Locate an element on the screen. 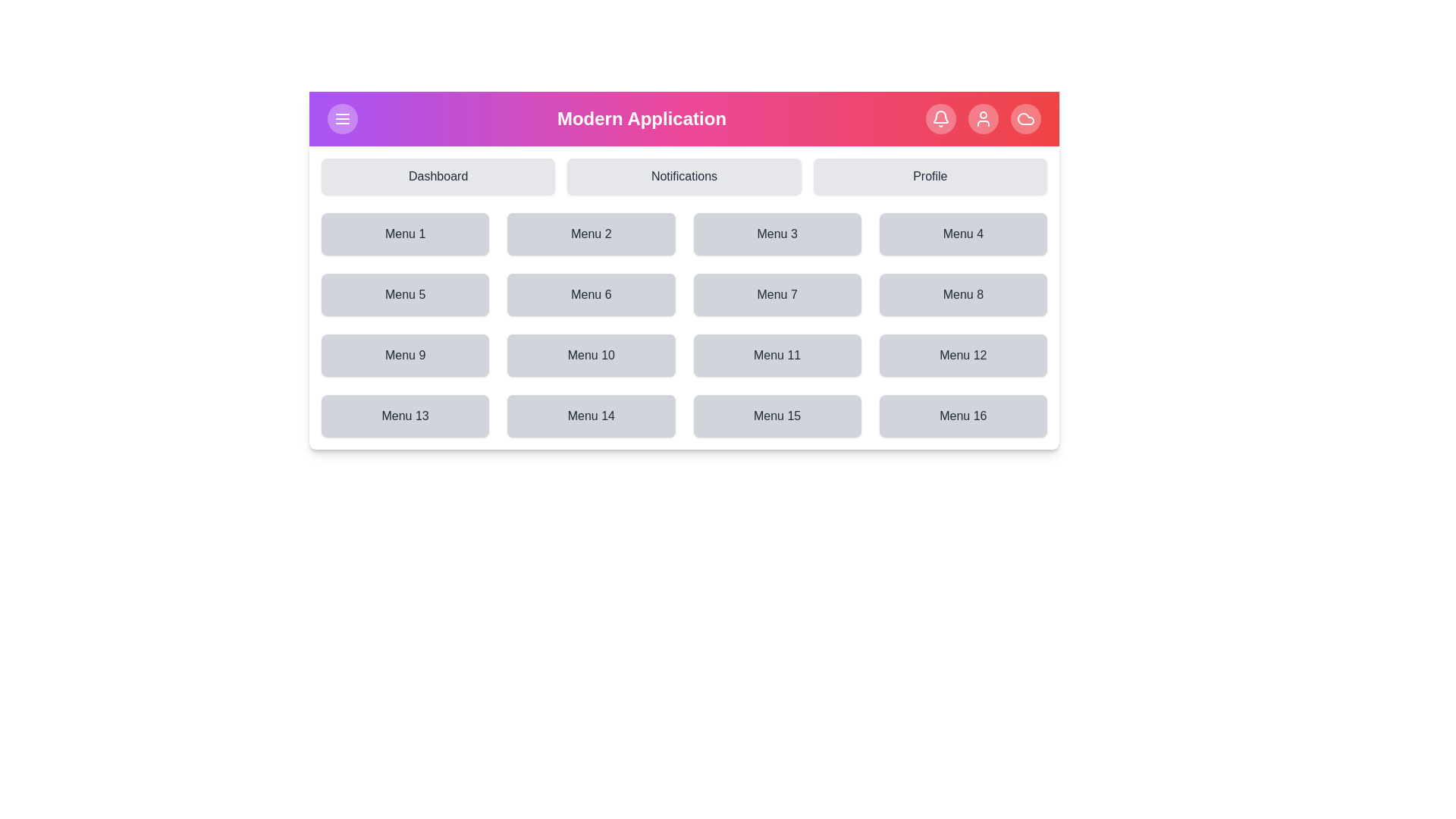  the Bell icon in the top navigation bar is located at coordinates (940, 118).